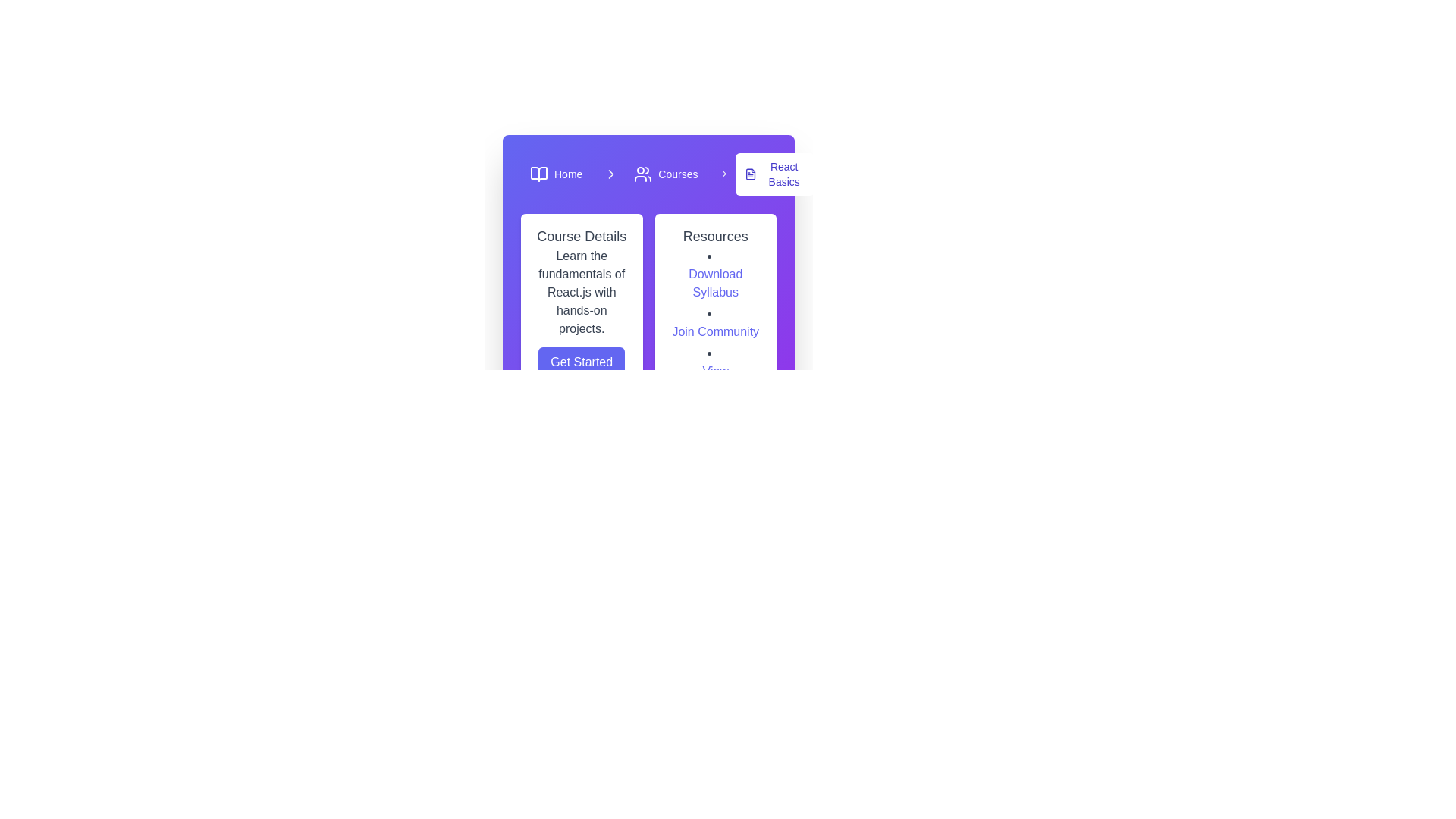 The height and width of the screenshot is (819, 1456). I want to click on the Text label (header) that identifies the 'Resources' section, which is positioned above the items 'Download Syllabus,' 'Join Community,' and 'View Assignments.', so click(714, 237).